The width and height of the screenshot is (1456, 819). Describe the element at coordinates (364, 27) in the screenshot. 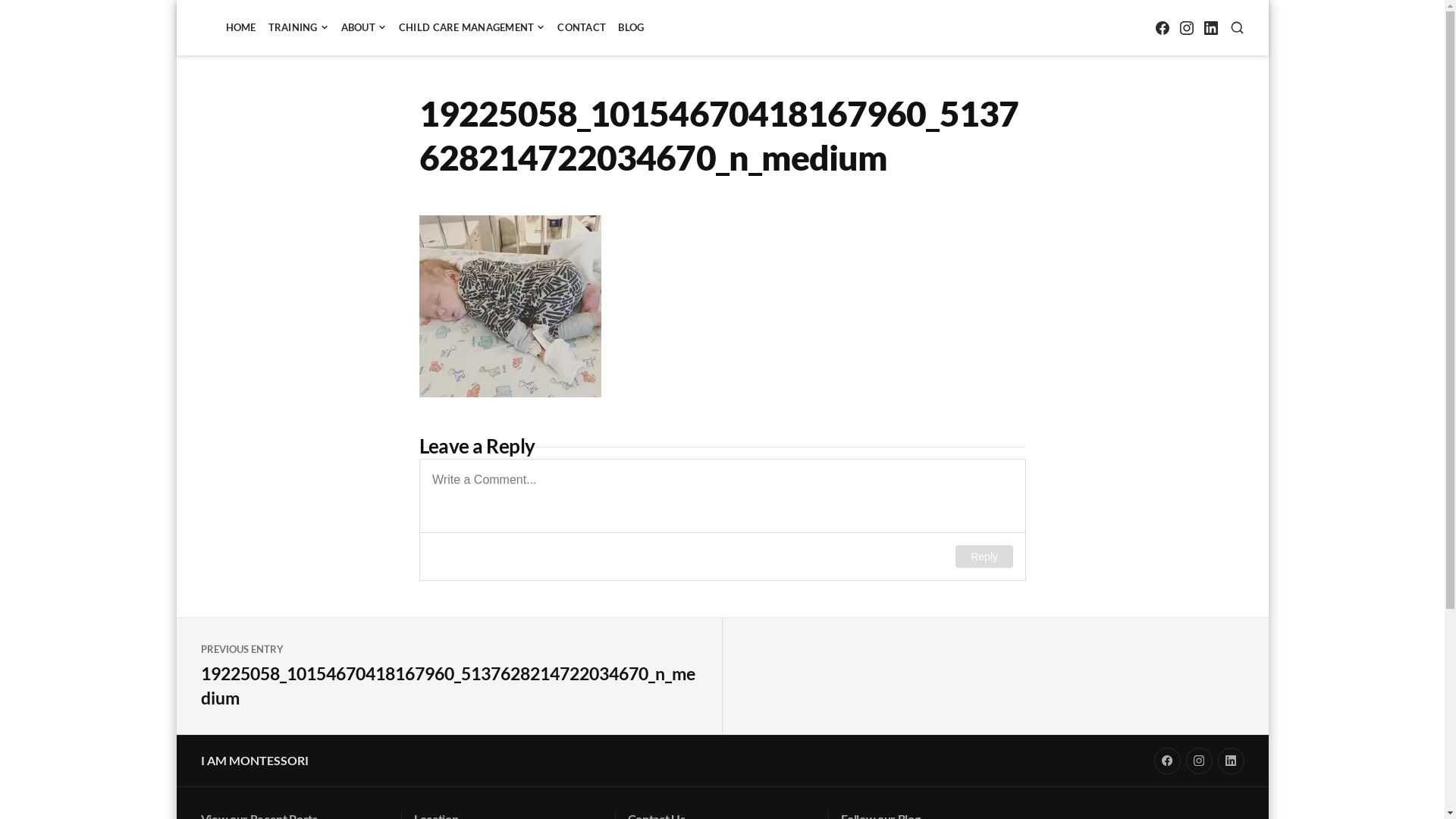

I see `'ABOUT'` at that location.